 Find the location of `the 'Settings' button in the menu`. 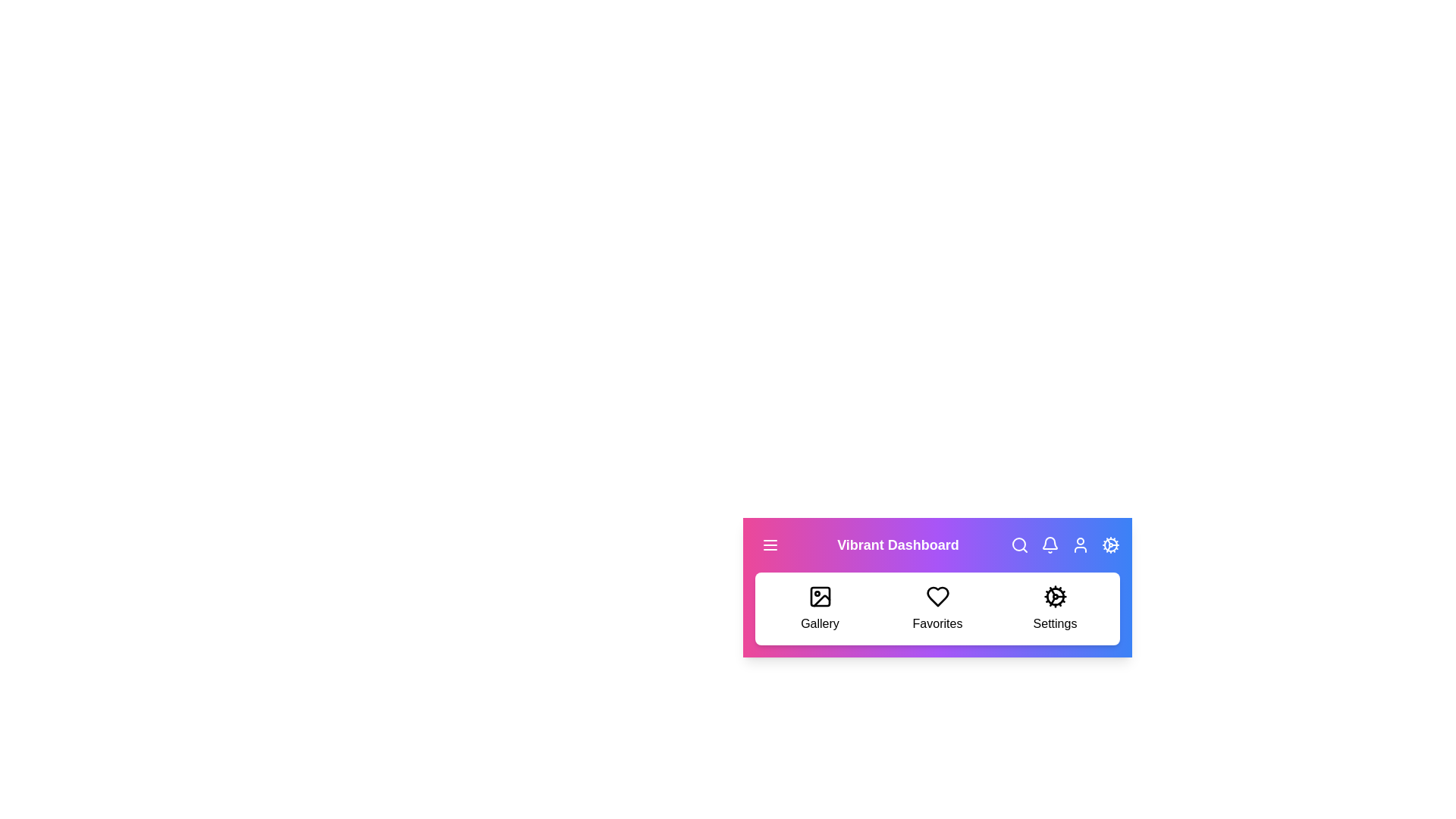

the 'Settings' button in the menu is located at coordinates (1110, 544).